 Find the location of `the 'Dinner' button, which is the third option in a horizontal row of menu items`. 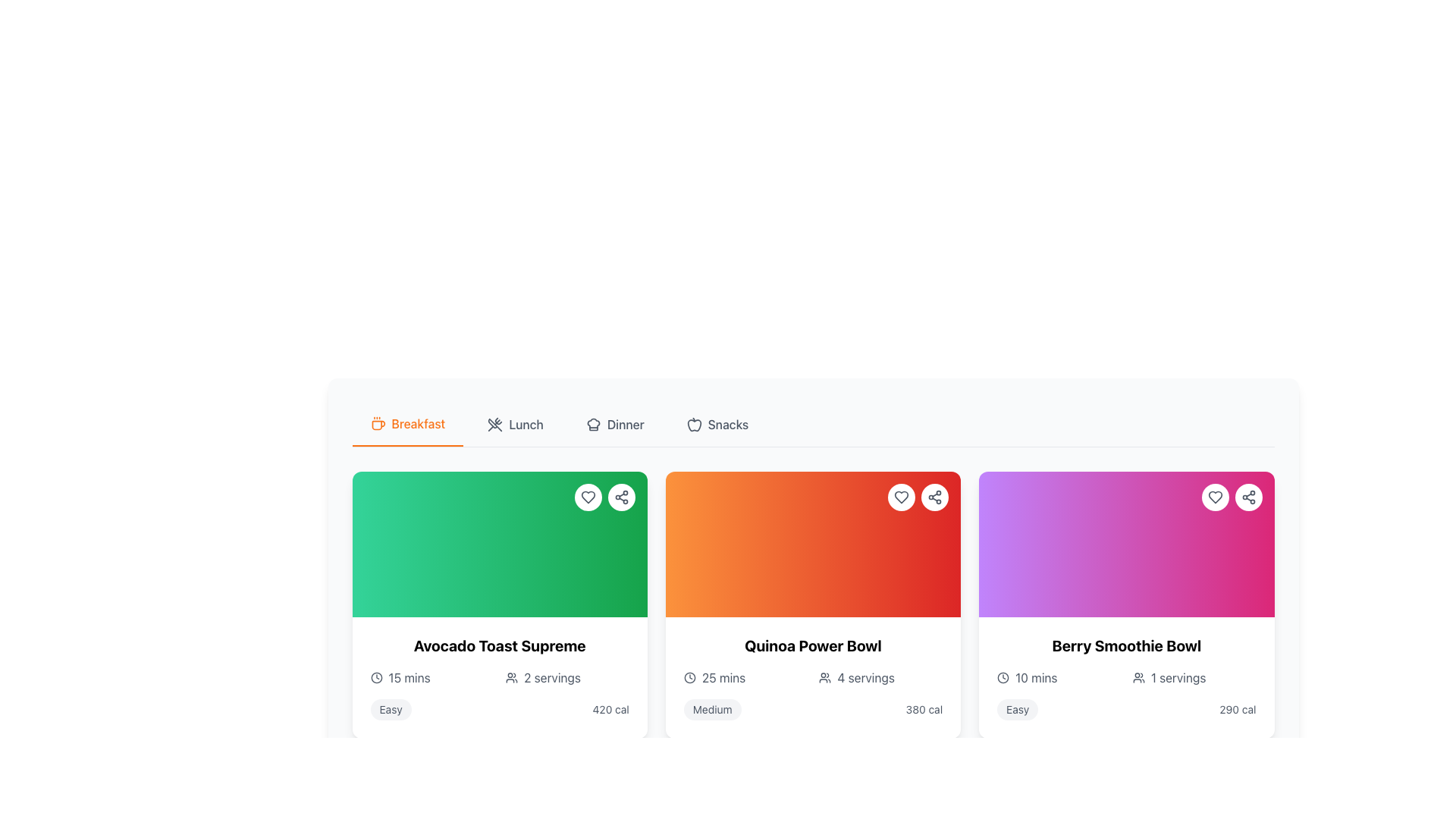

the 'Dinner' button, which is the third option in a horizontal row of menu items is located at coordinates (615, 424).